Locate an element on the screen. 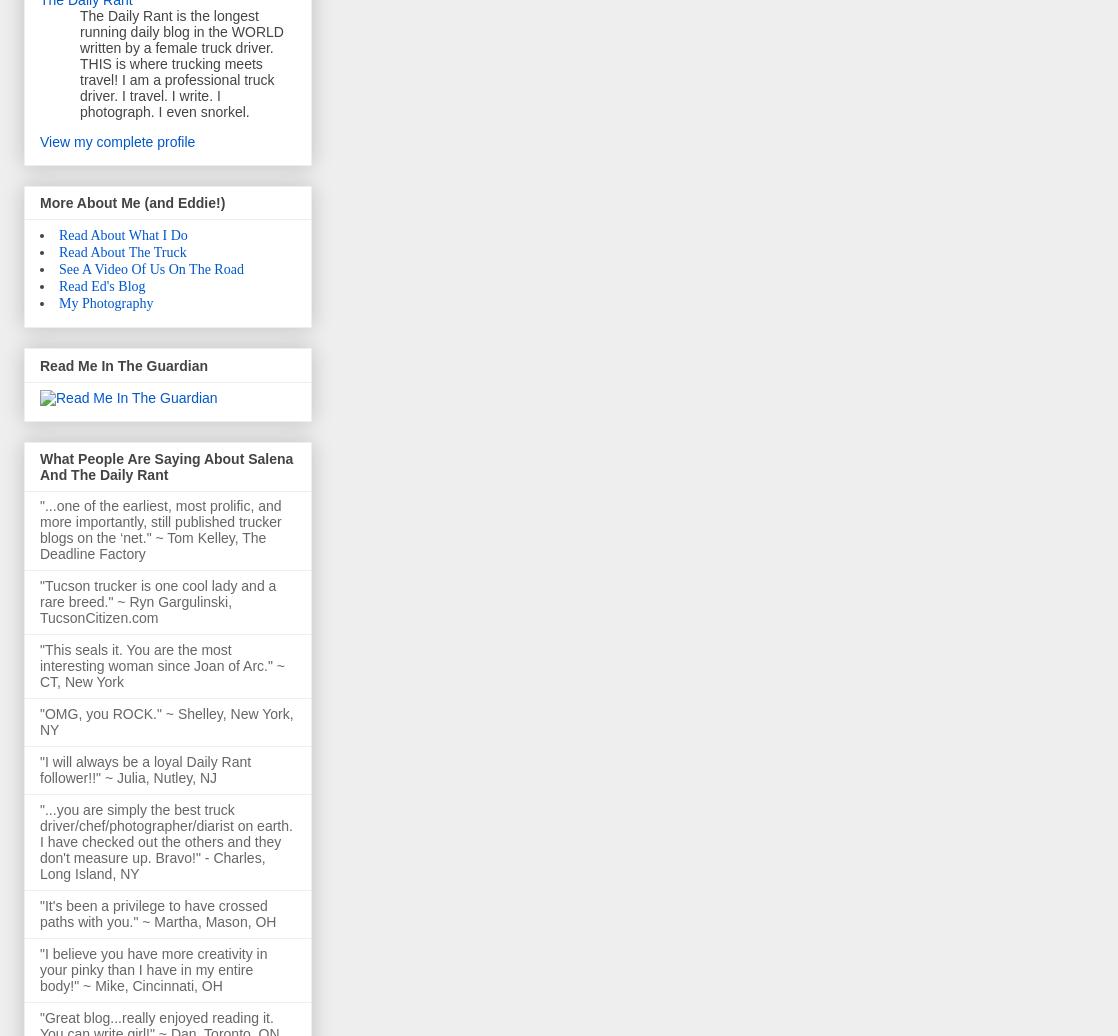  'The Daily Rant is the longest running daily blog in the WORLD written by a female truck driver.  THIS is where trucking meets travel!  I am a professional truck driver. I travel. I write. I photograph. I even snorkel.' is located at coordinates (181, 62).